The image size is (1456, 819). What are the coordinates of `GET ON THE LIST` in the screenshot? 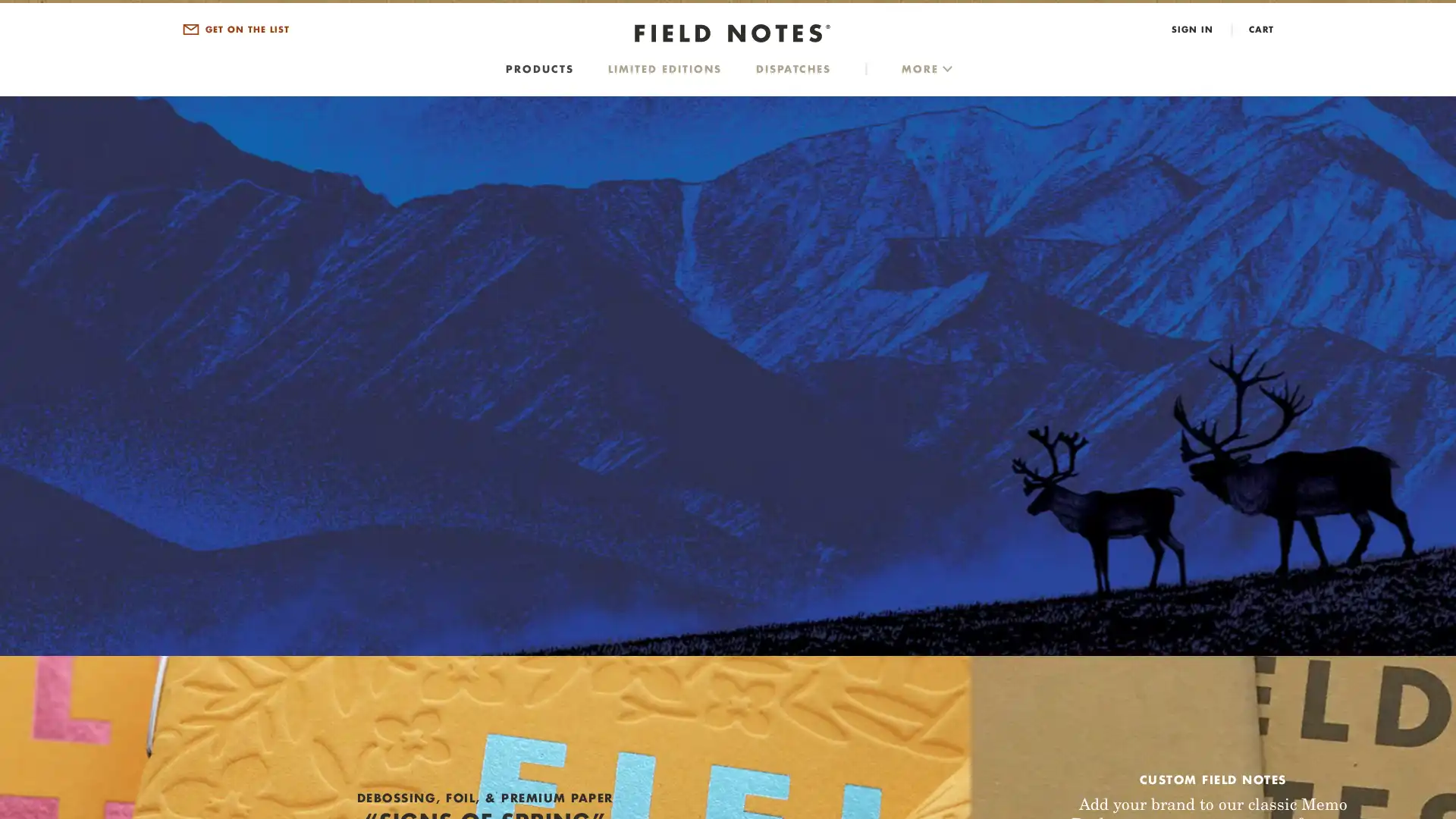 It's located at (235, 30).